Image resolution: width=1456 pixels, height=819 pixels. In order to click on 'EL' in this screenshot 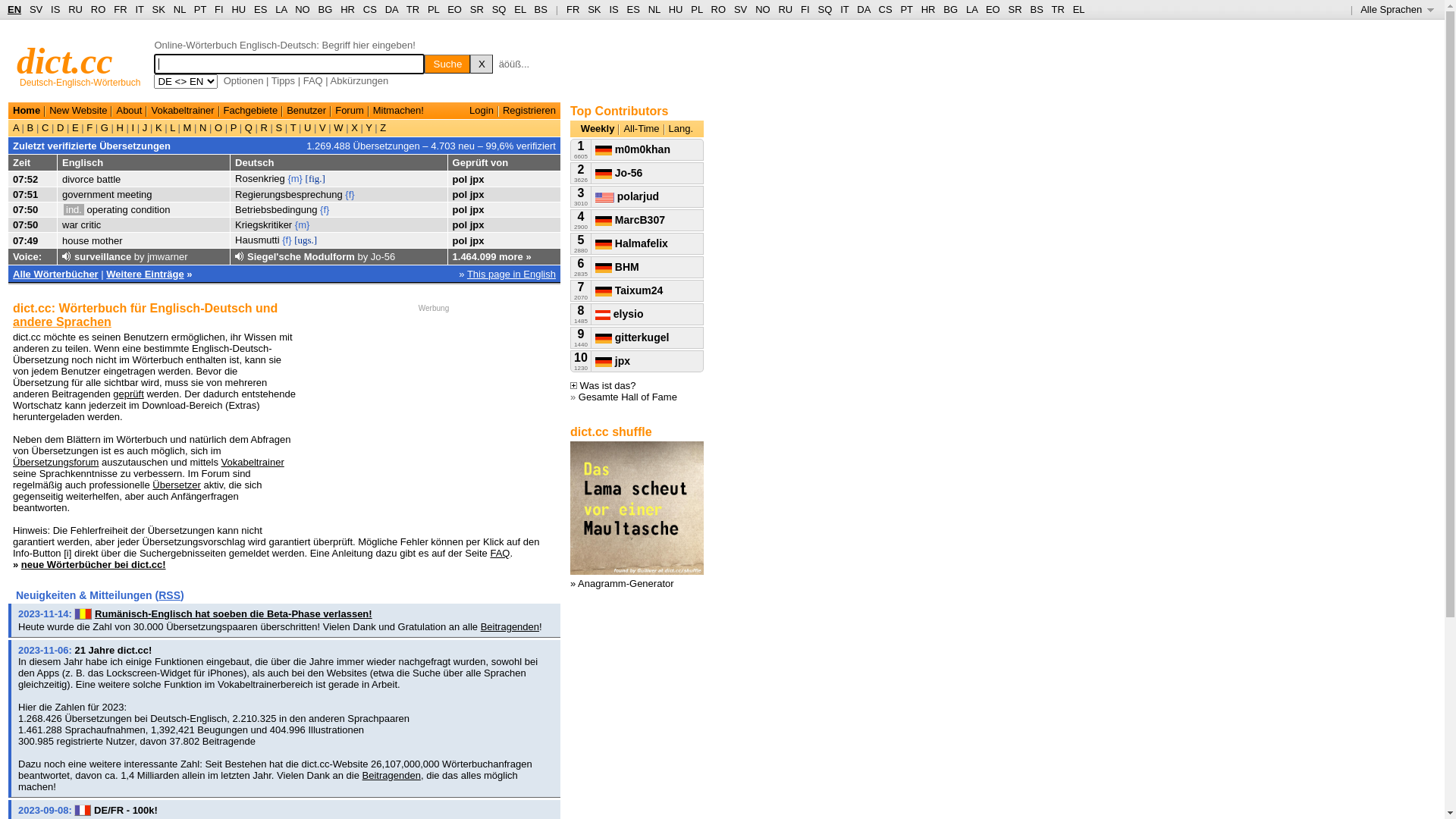, I will do `click(519, 9)`.